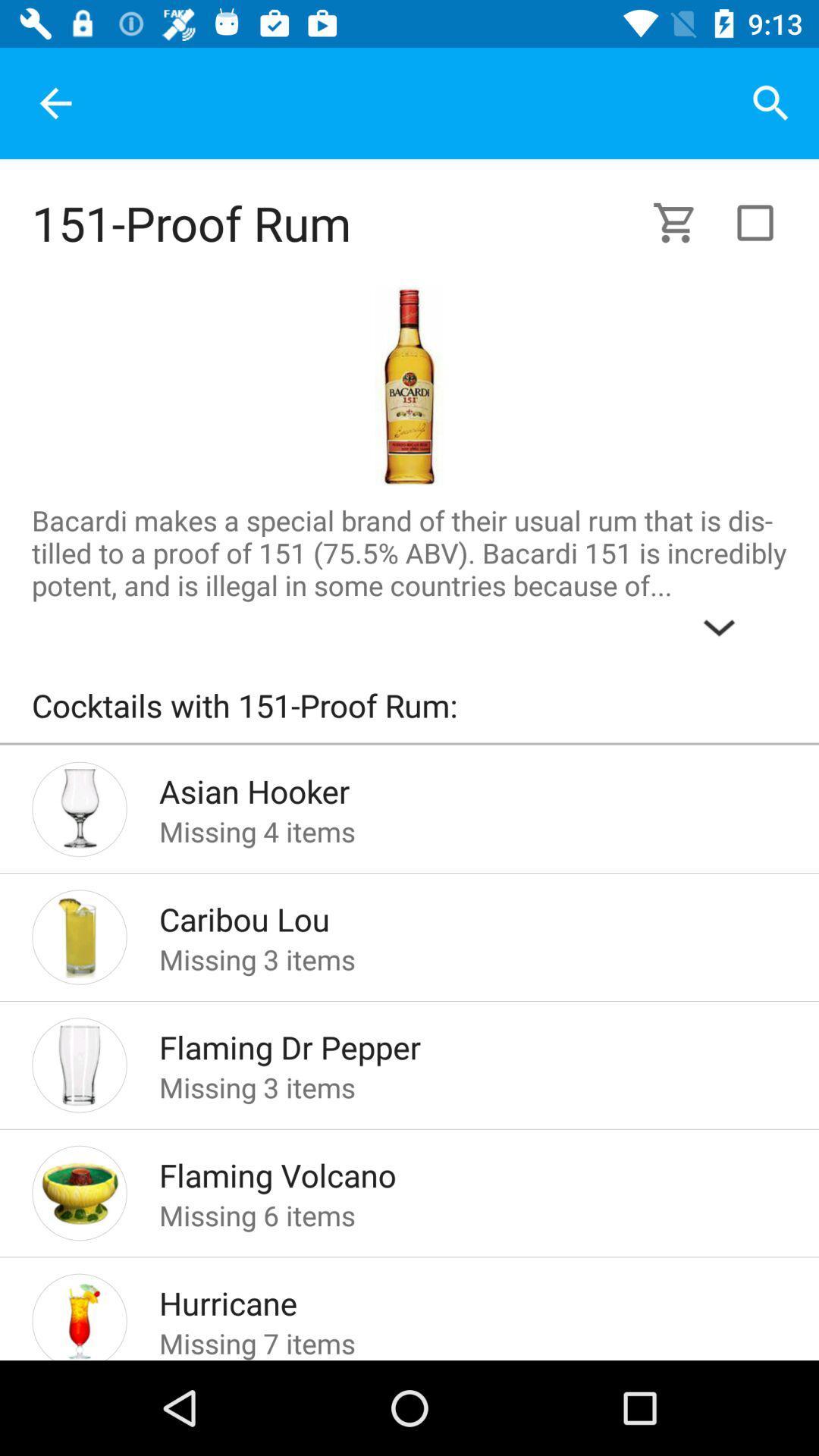  What do you see at coordinates (409, 712) in the screenshot?
I see `icon below bacardi makes a icon` at bounding box center [409, 712].